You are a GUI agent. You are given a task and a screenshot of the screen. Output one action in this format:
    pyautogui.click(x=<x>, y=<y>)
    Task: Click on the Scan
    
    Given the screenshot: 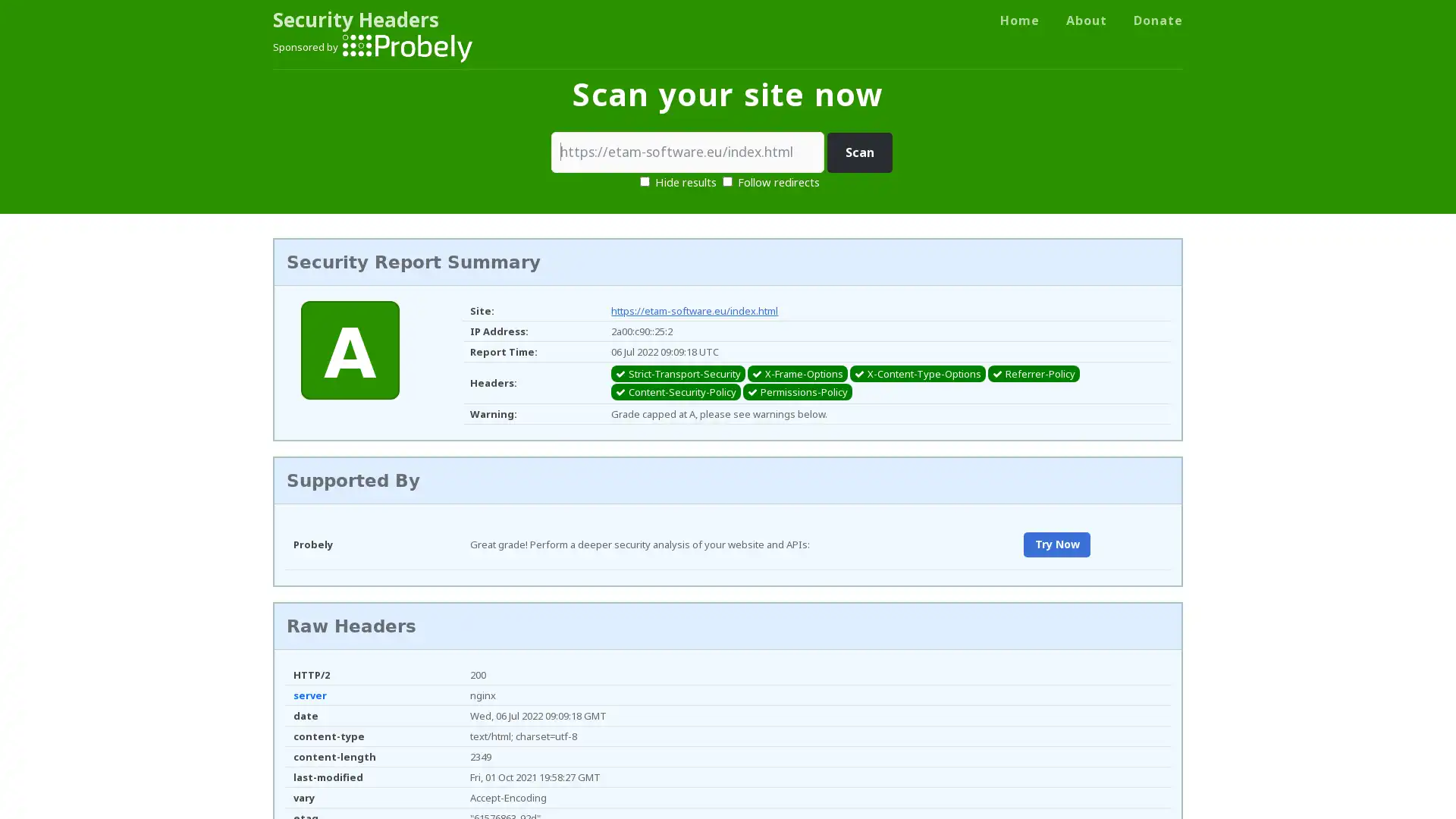 What is the action you would take?
    pyautogui.click(x=859, y=152)
    